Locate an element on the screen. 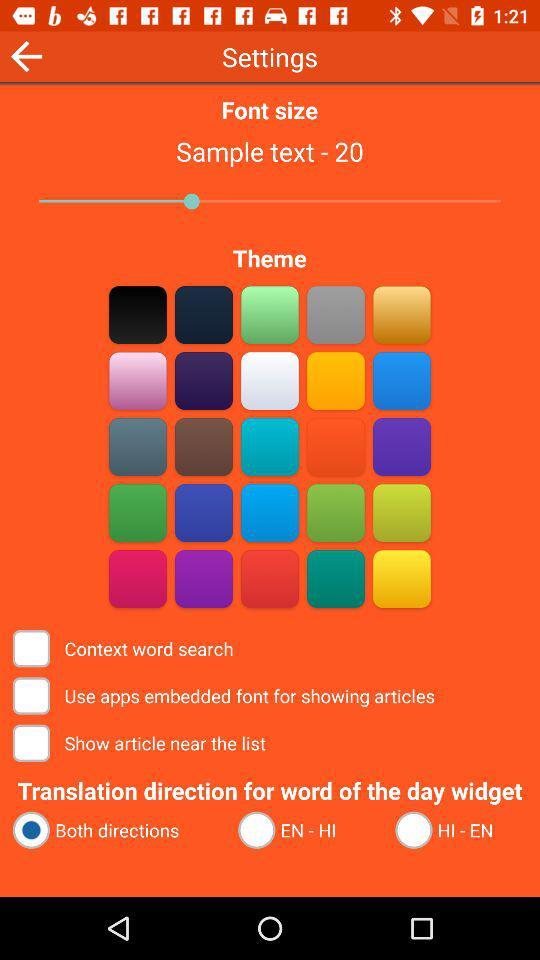  brown is located at coordinates (203, 446).